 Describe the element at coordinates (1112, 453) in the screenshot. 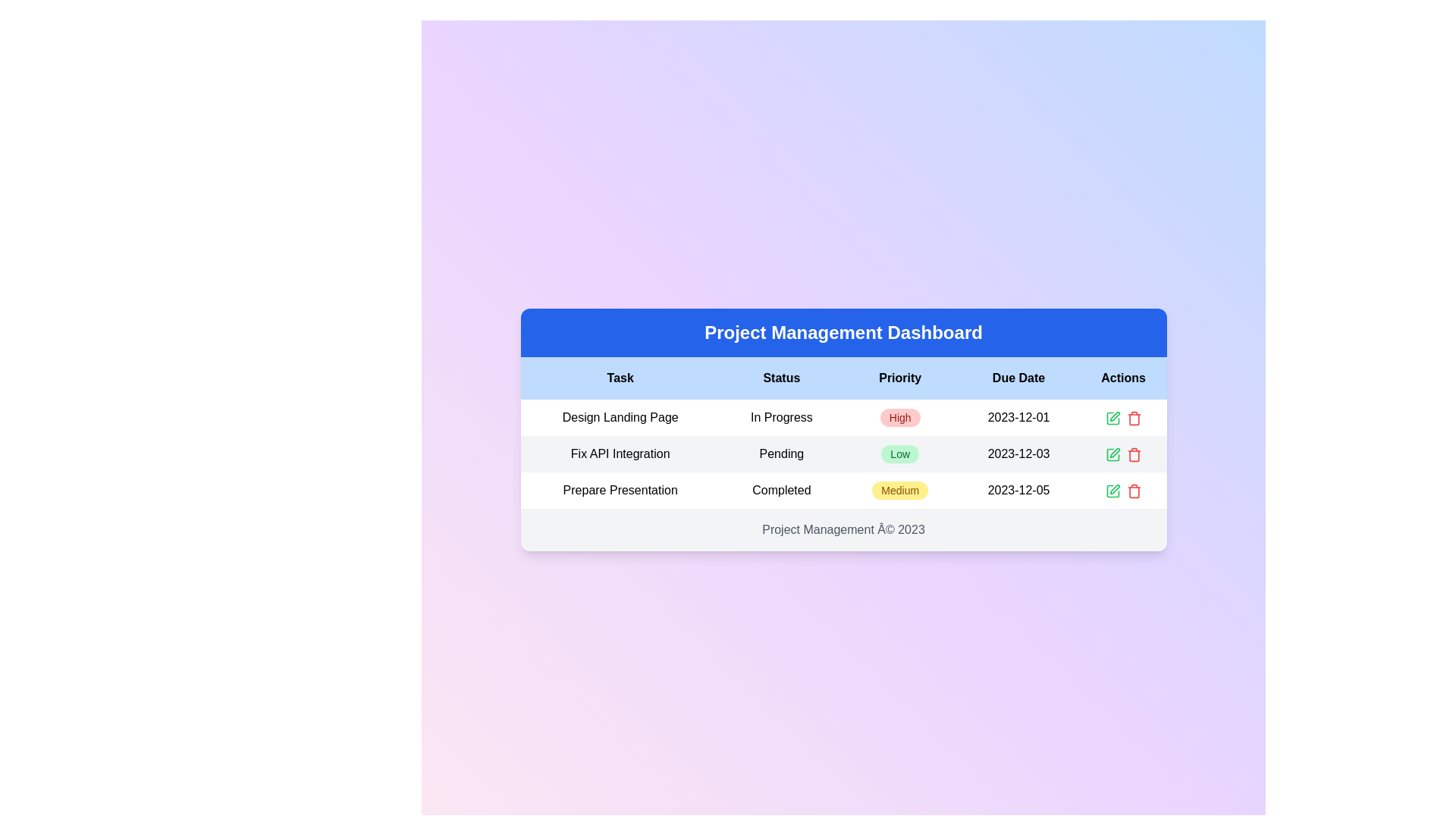

I see `the Vector graphic icon that represents an actionable function, likely 'edit', which is outlined in a thin stroke and located in the 'Actions' column of the third row of the table` at that location.